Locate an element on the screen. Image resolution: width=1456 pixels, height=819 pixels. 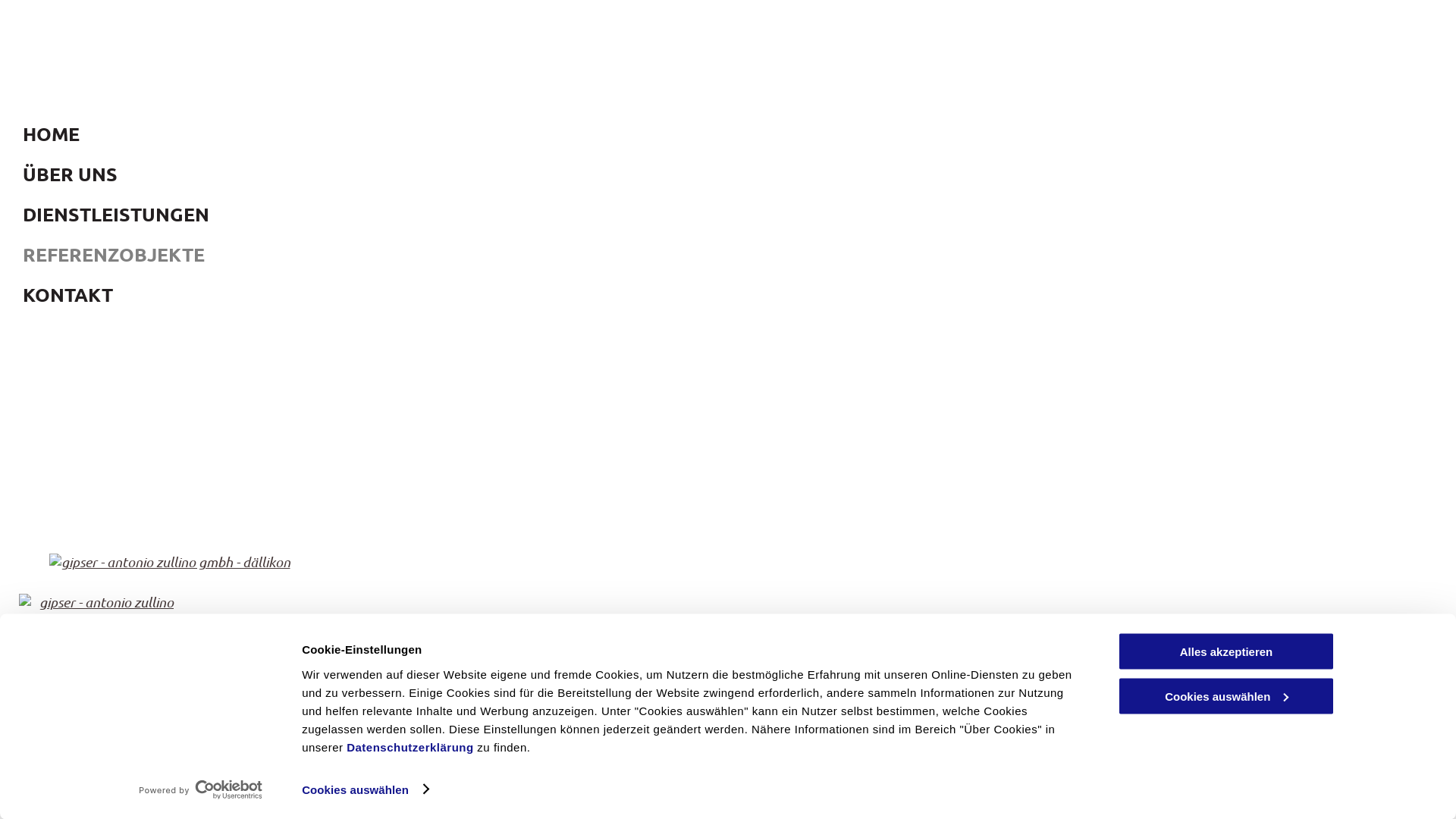
'Alles akzeptieren' is located at coordinates (1117, 651).